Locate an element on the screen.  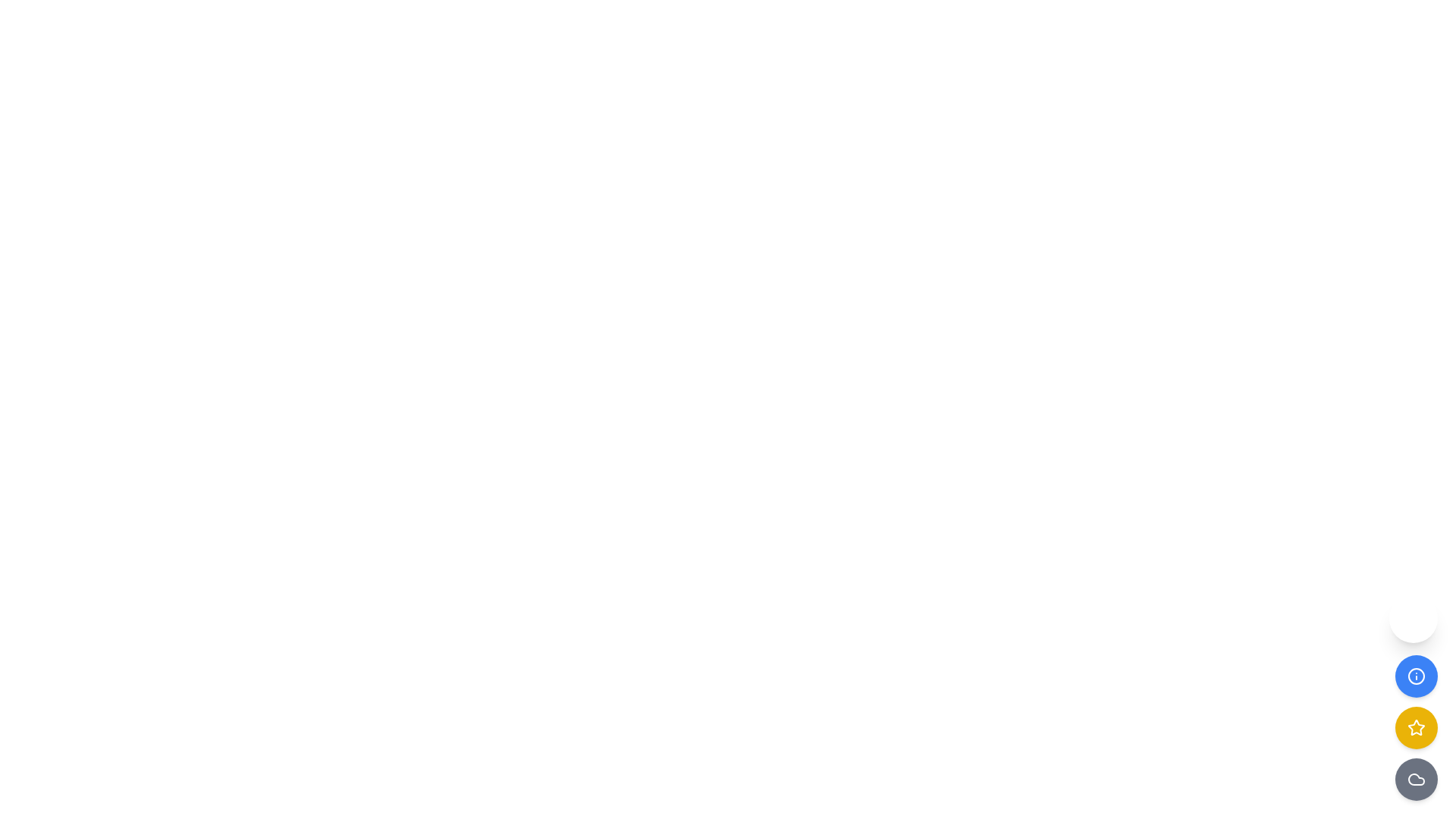
the circular button with a star icon, the second button in the vertical stack of three at the bottom-right corner of the interface is located at coordinates (1415, 727).